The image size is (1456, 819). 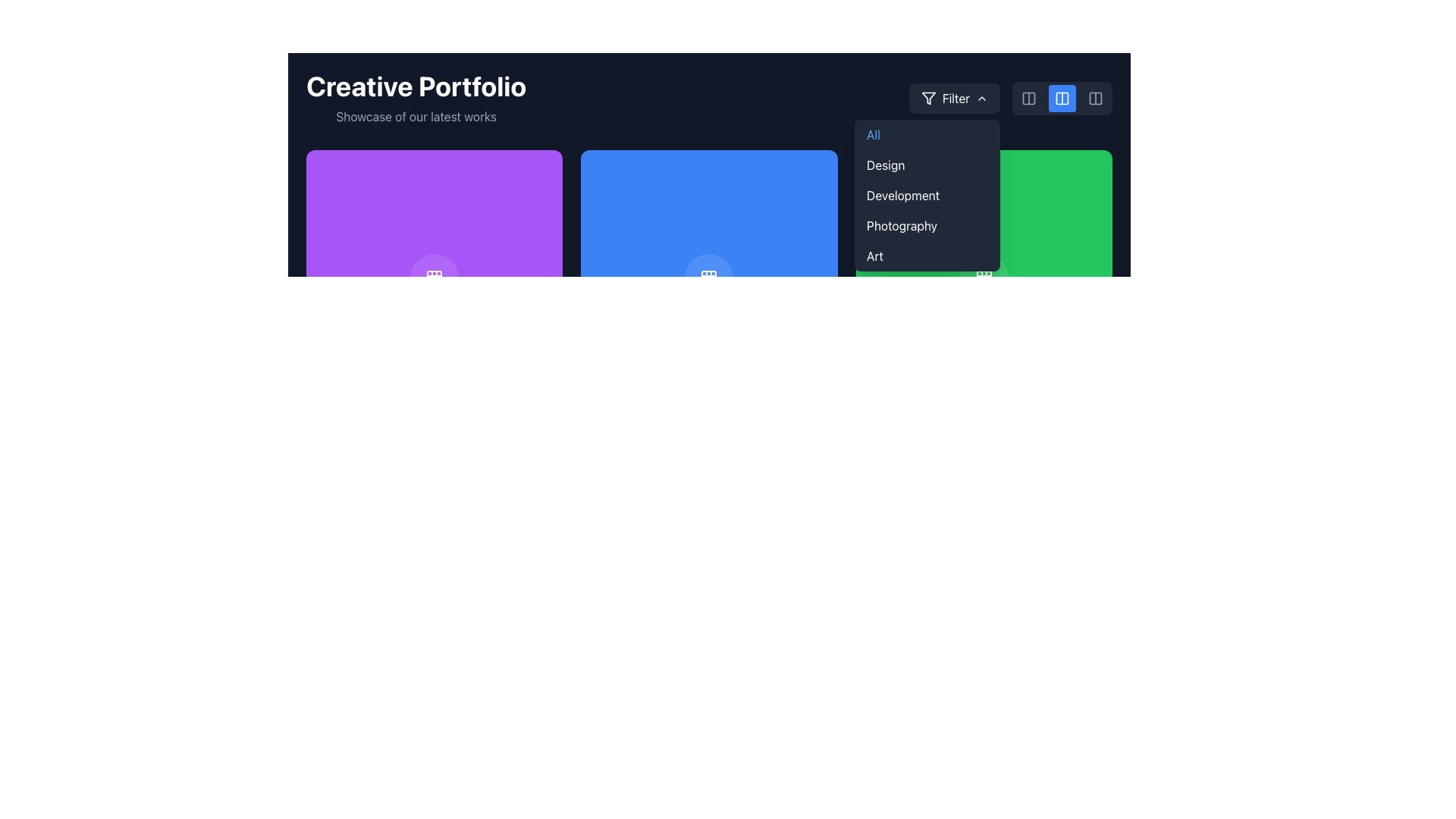 I want to click on the 'All' option in the dropdown menu located at the top of the vertical list, so click(x=927, y=133).